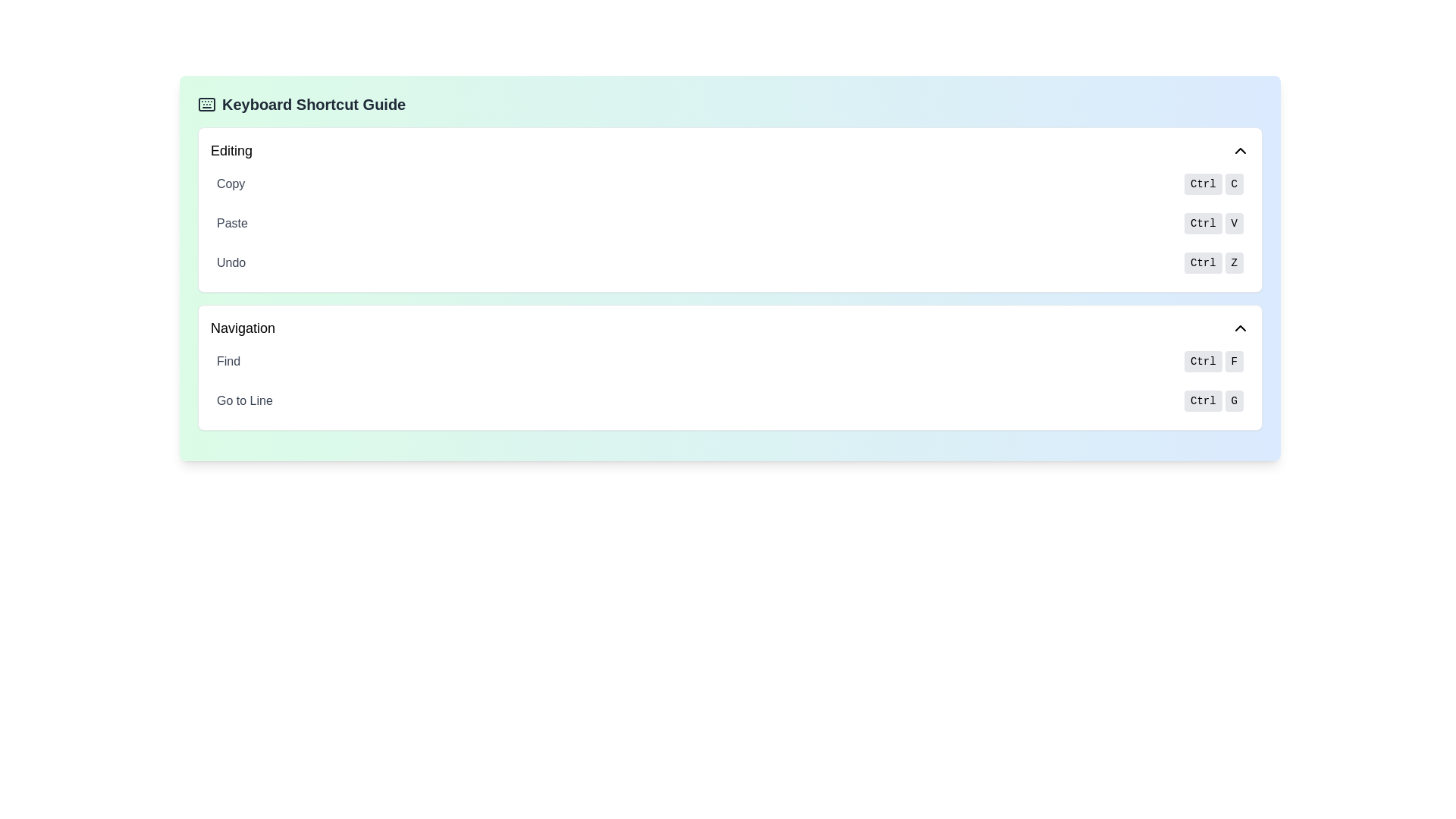 The image size is (1456, 819). What do you see at coordinates (1234, 362) in the screenshot?
I see `the button labeled 'F' with a light-gray background, which is the second element in the keyboard shortcut pair next to 'Ctrl', located in the 'Find' row under 'Navigation'` at bounding box center [1234, 362].